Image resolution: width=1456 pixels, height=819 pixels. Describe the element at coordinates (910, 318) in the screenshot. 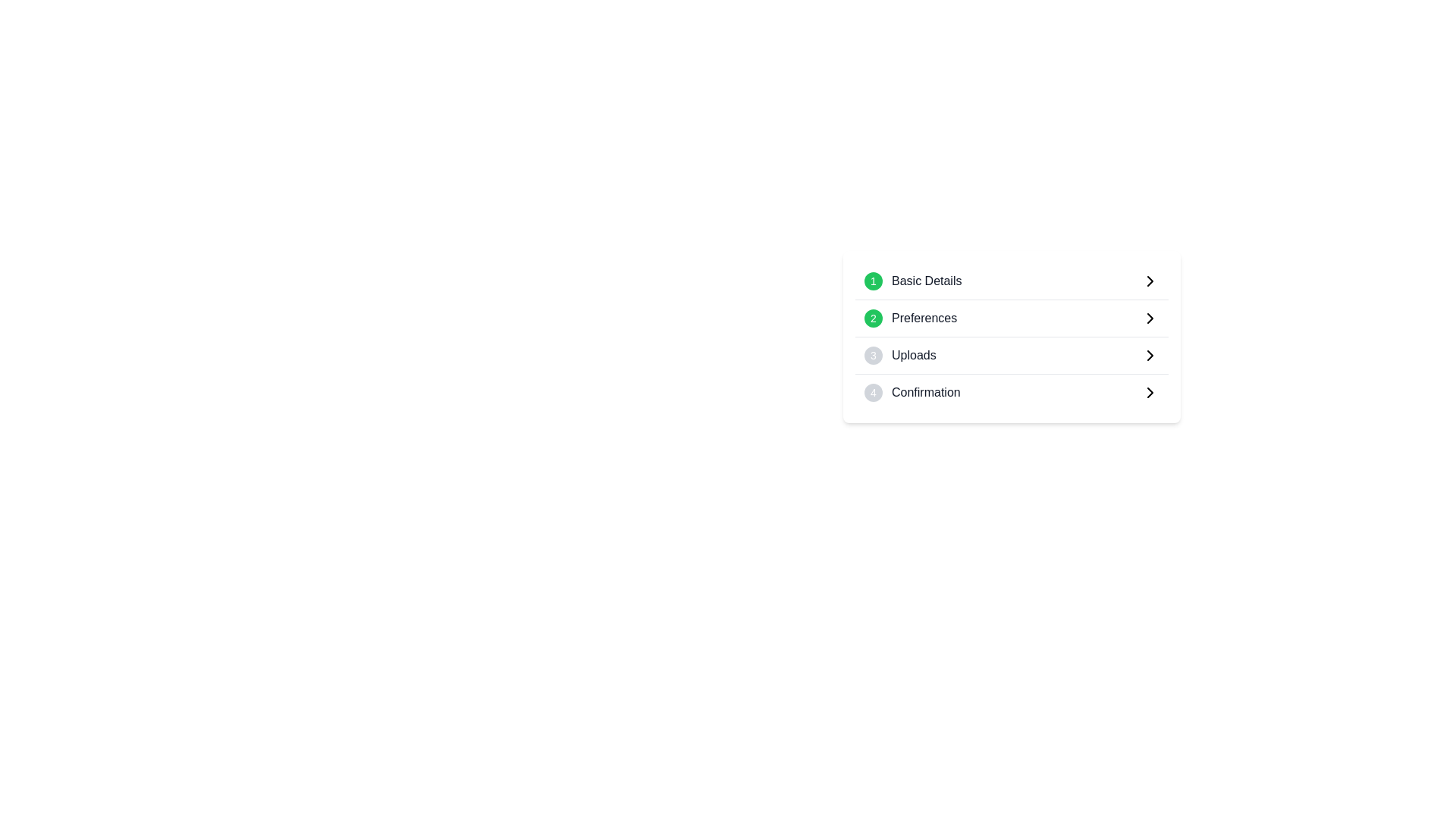

I see `the second step indicator labeled 'Preferences' in the vertical list` at that location.